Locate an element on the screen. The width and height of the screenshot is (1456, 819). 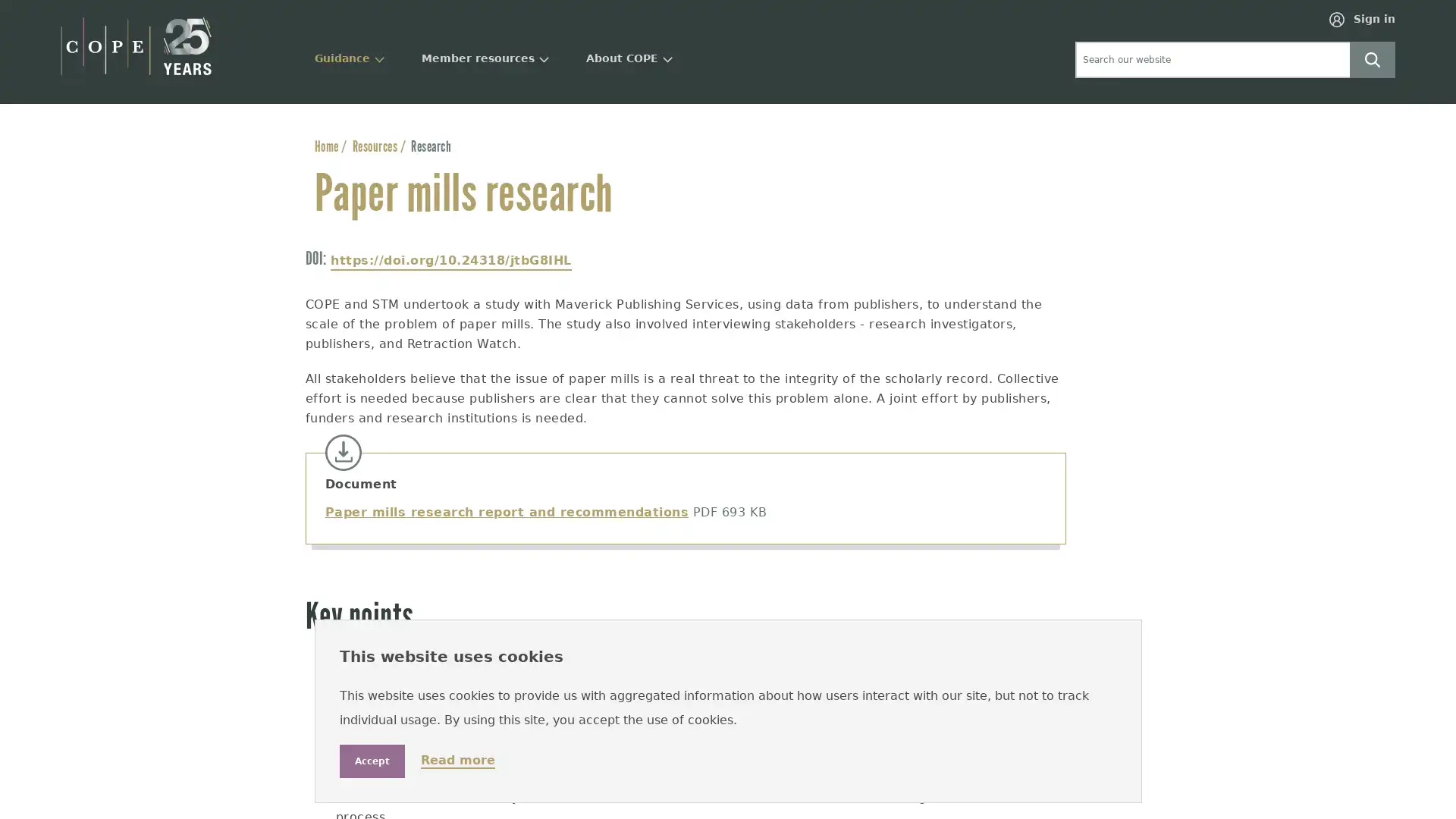
Search is located at coordinates (1372, 58).